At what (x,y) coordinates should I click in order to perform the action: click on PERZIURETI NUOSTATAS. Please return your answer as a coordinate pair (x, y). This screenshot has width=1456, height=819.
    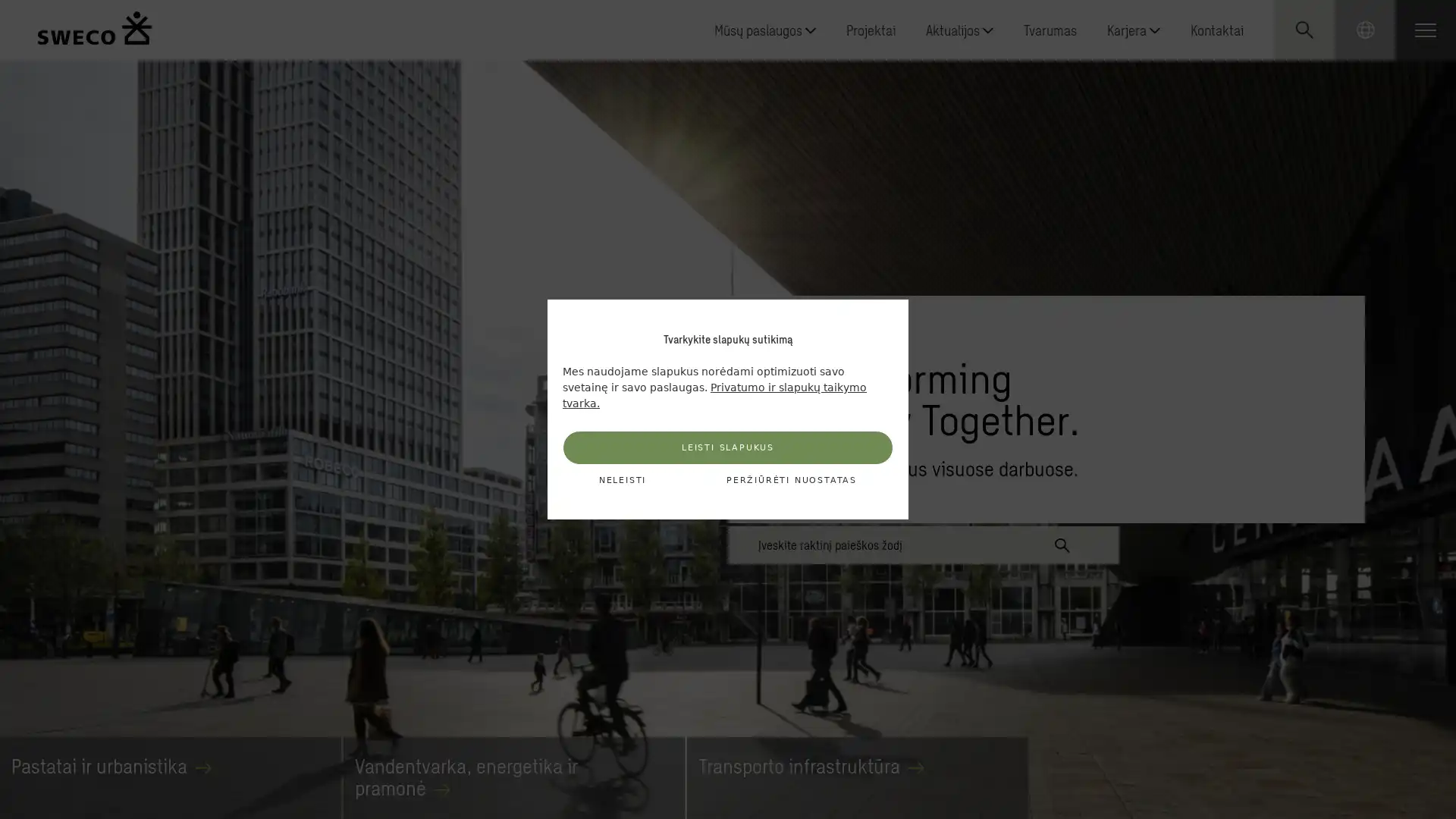
    Looking at the image, I should click on (790, 480).